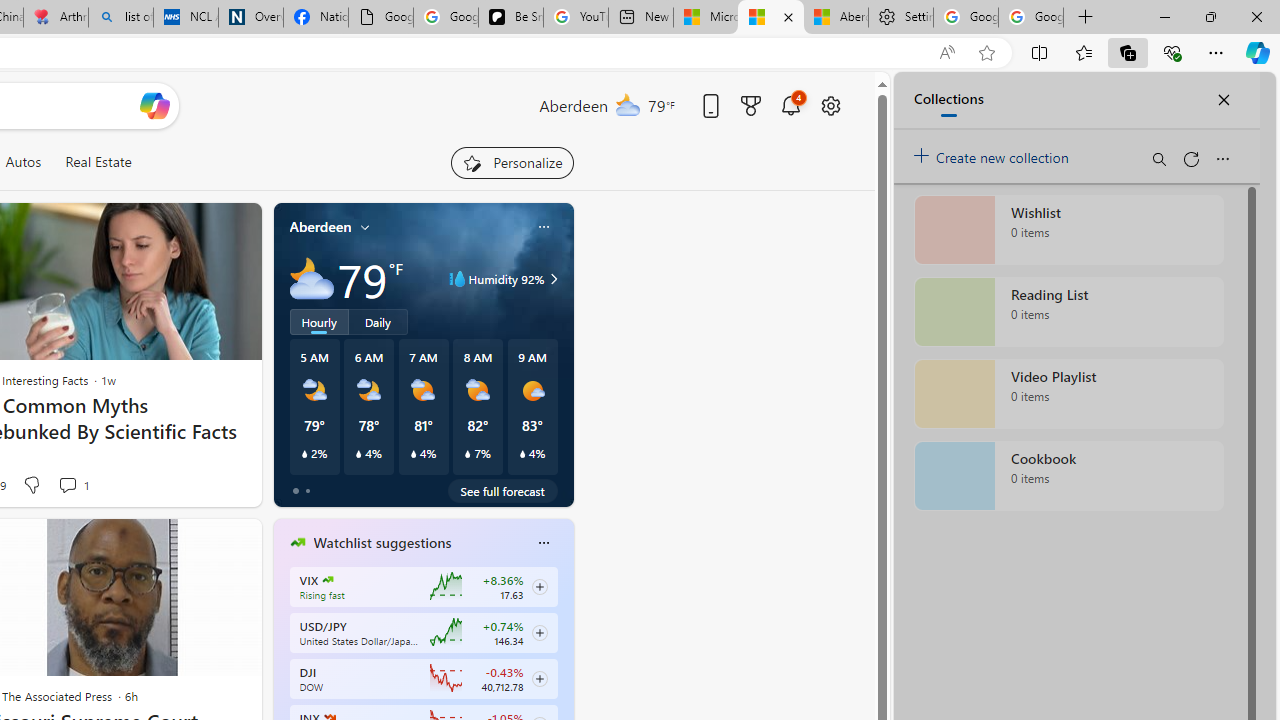  I want to click on 'My location', so click(365, 226).